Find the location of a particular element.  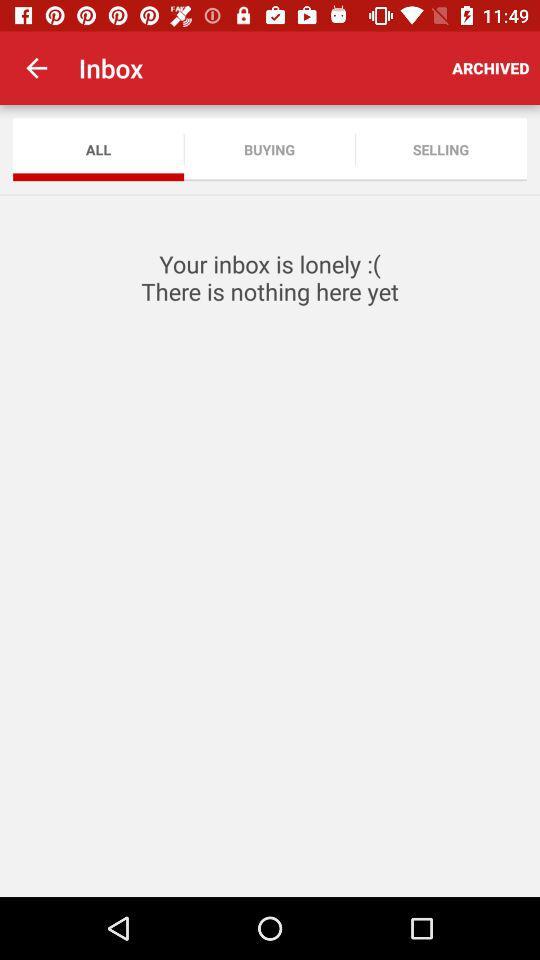

the item to the left of selling item is located at coordinates (269, 148).